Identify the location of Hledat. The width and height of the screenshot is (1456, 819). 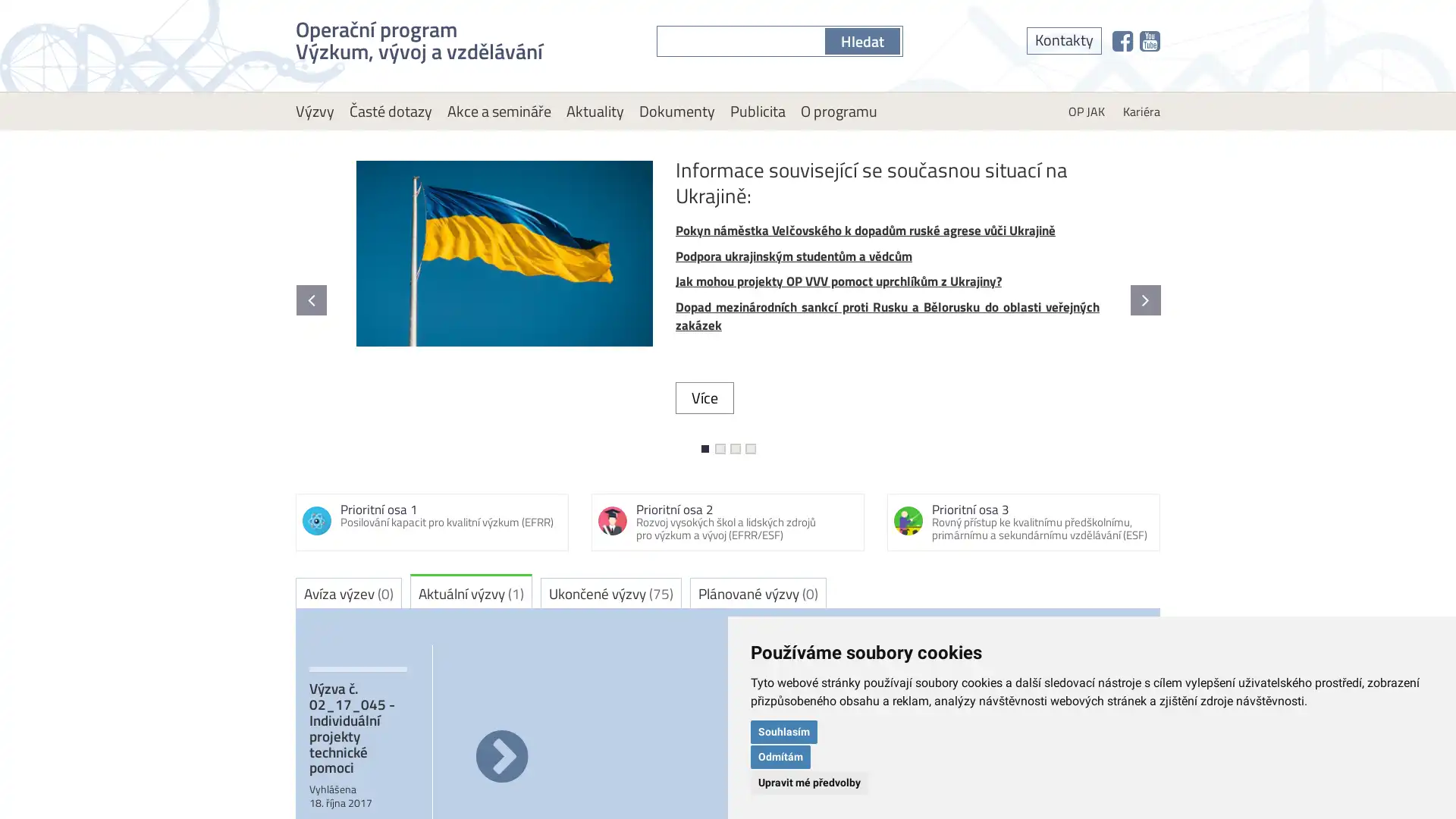
(862, 40).